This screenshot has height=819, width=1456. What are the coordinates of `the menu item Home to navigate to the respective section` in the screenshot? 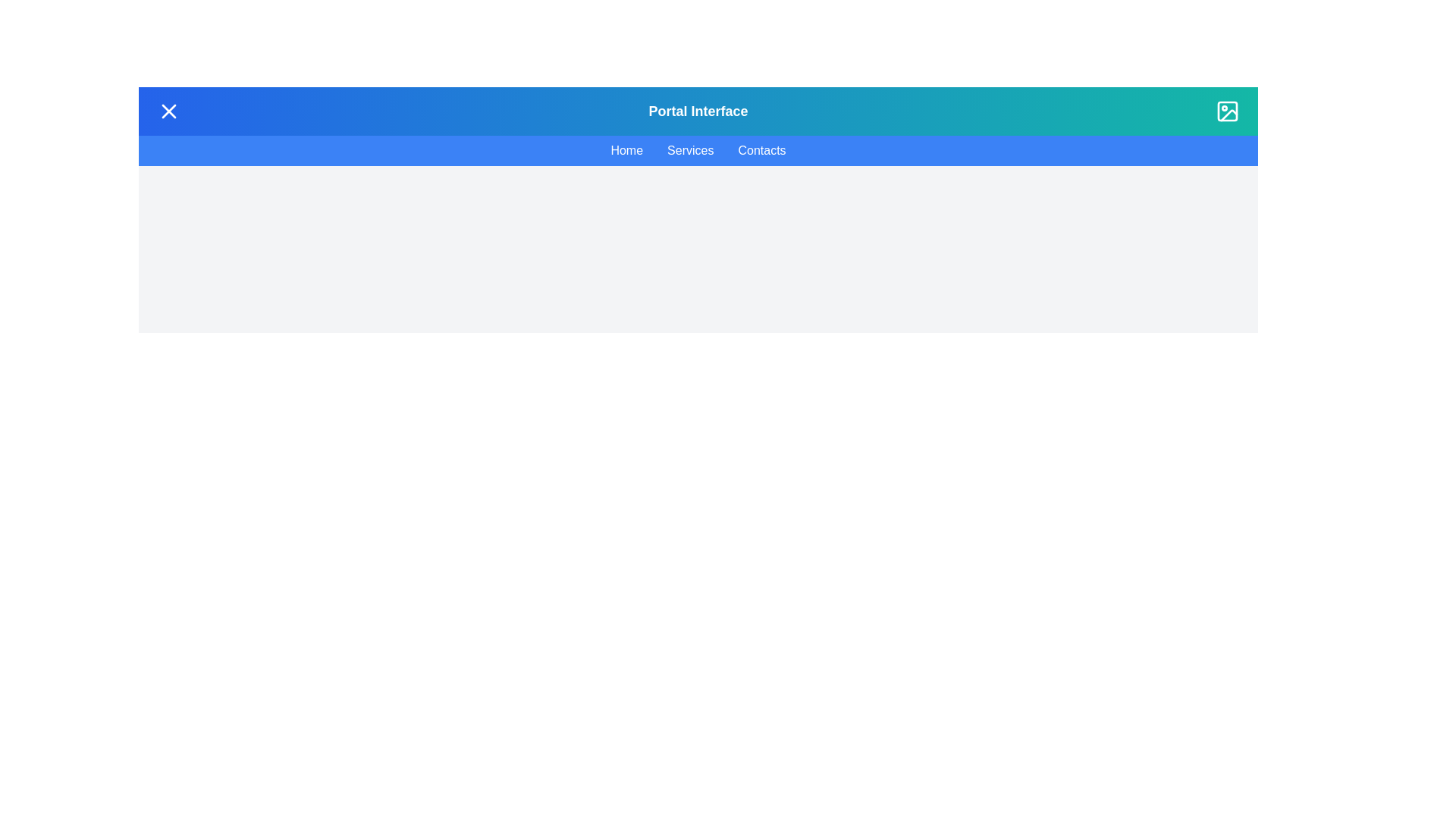 It's located at (626, 151).